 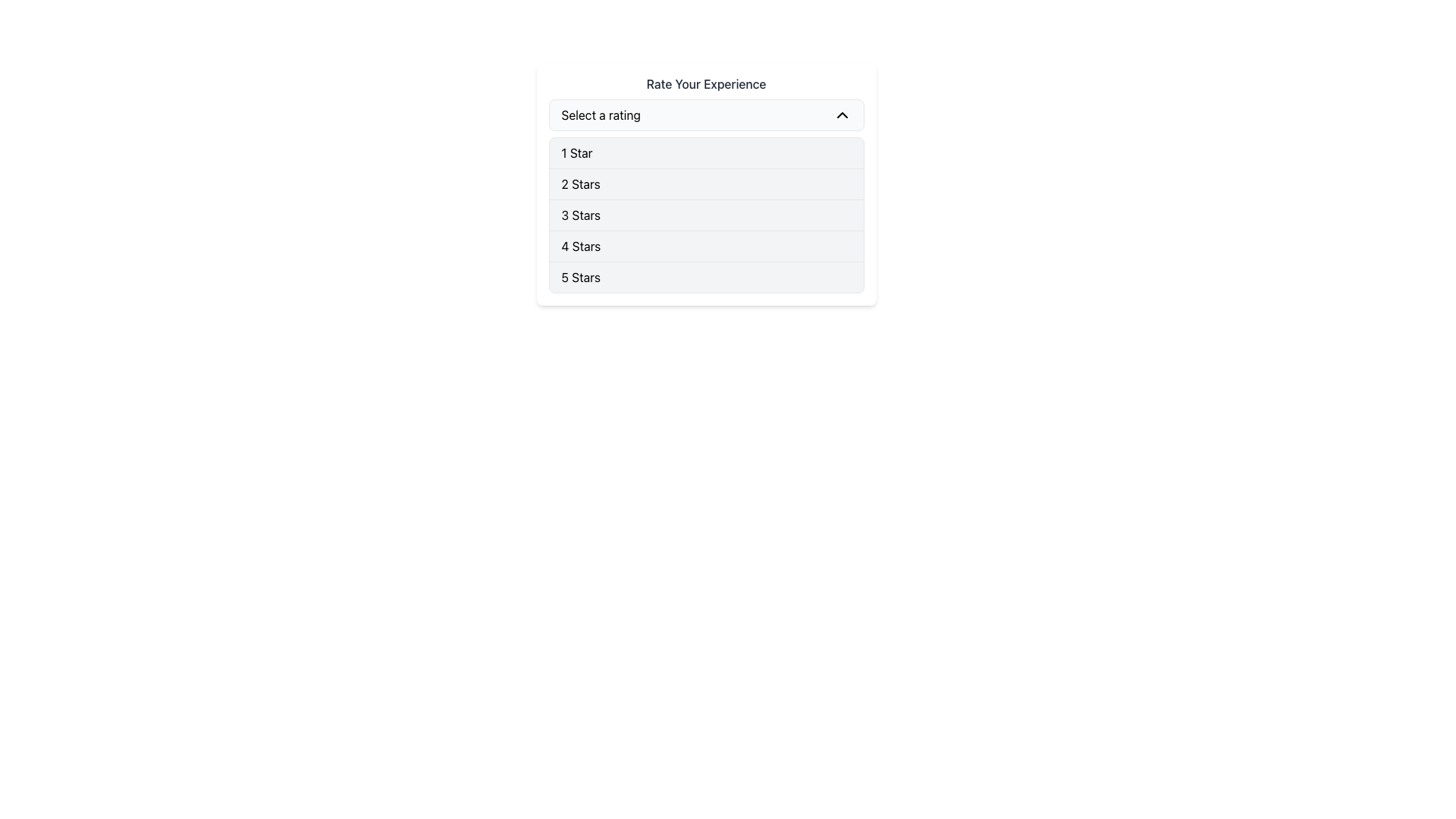 I want to click on the '1 Star' dropdown list item, so click(x=705, y=152).